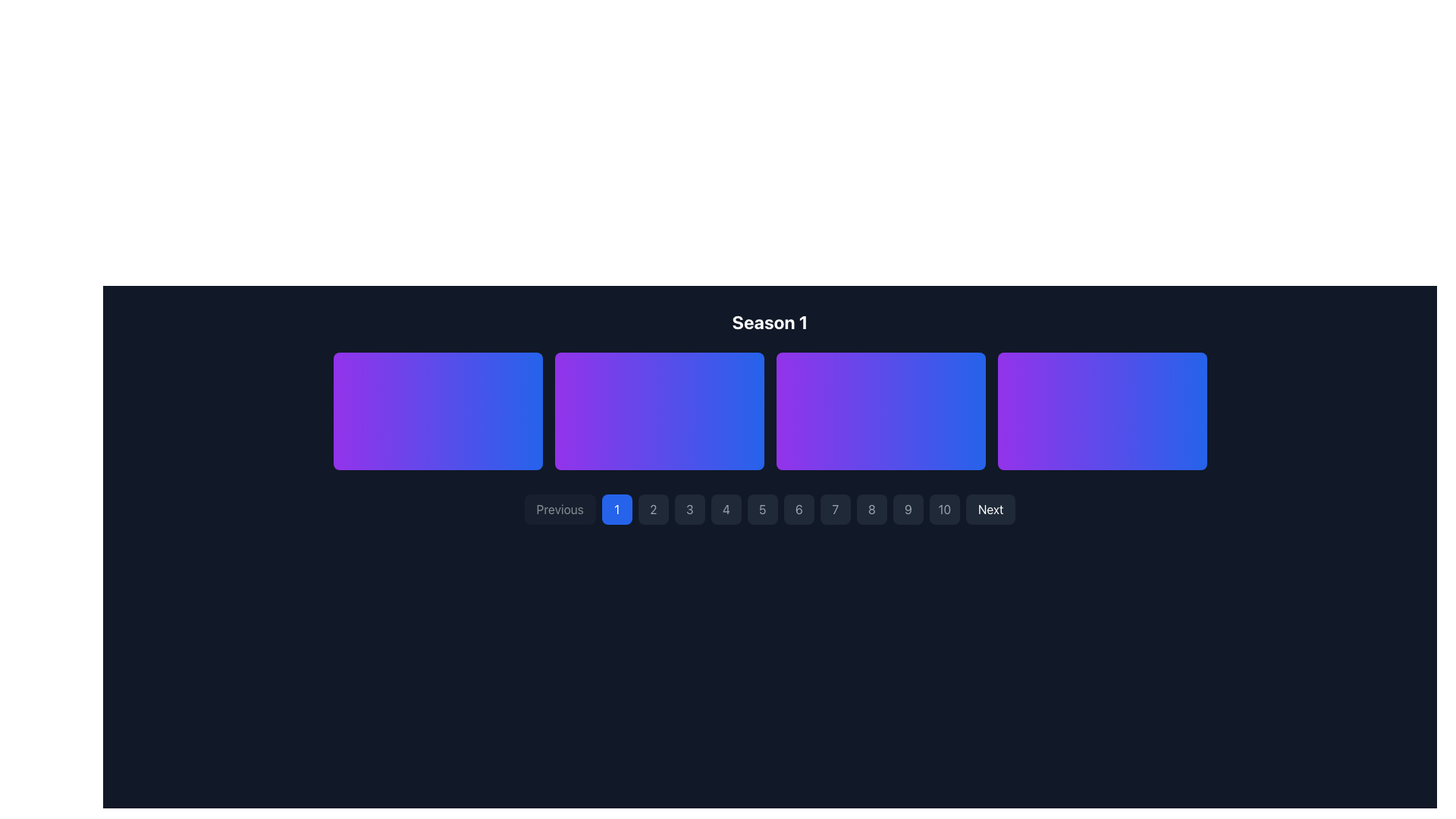  I want to click on the first interactive card, so click(437, 411).